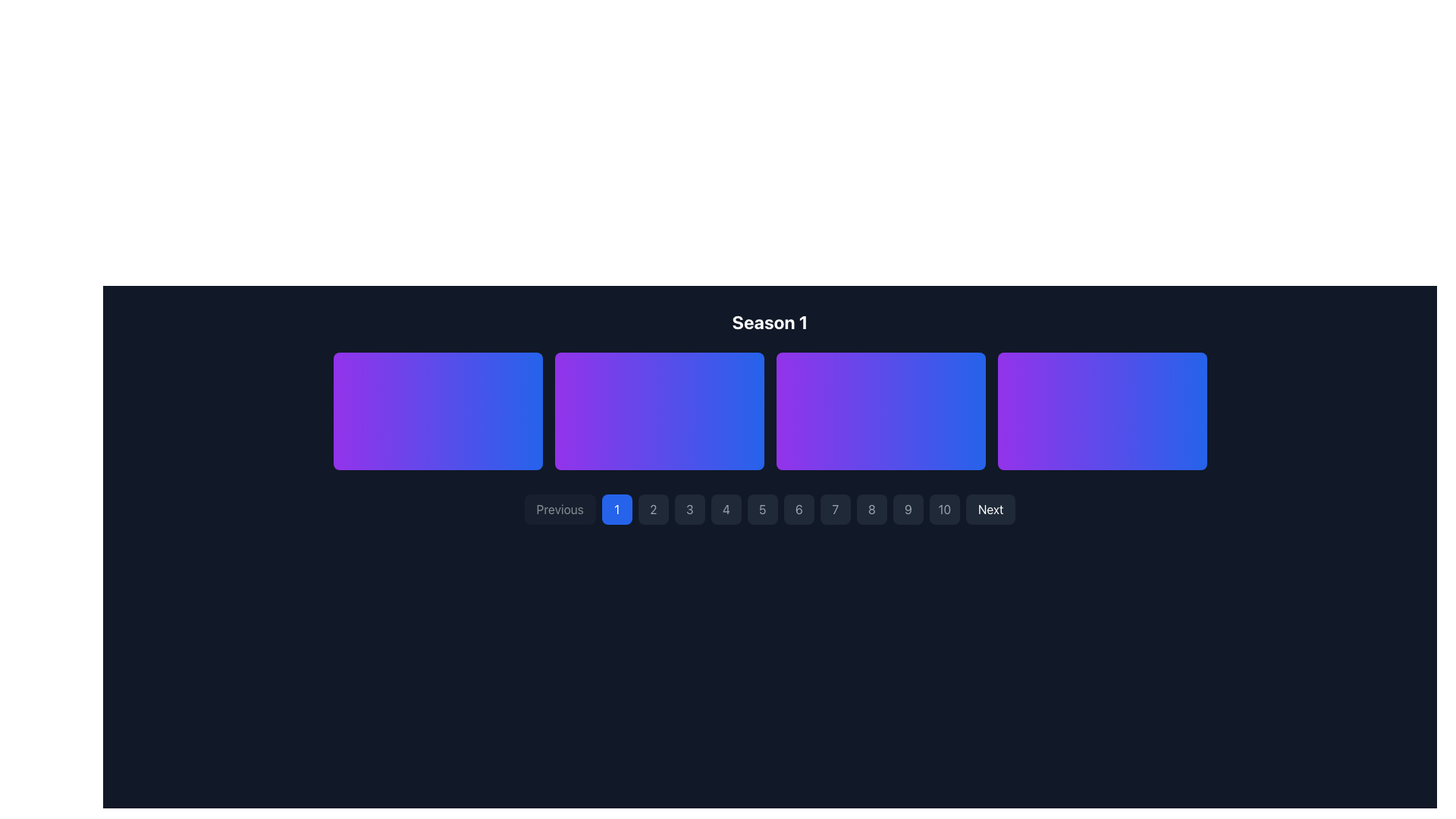  I want to click on the first interactive card, so click(437, 411).